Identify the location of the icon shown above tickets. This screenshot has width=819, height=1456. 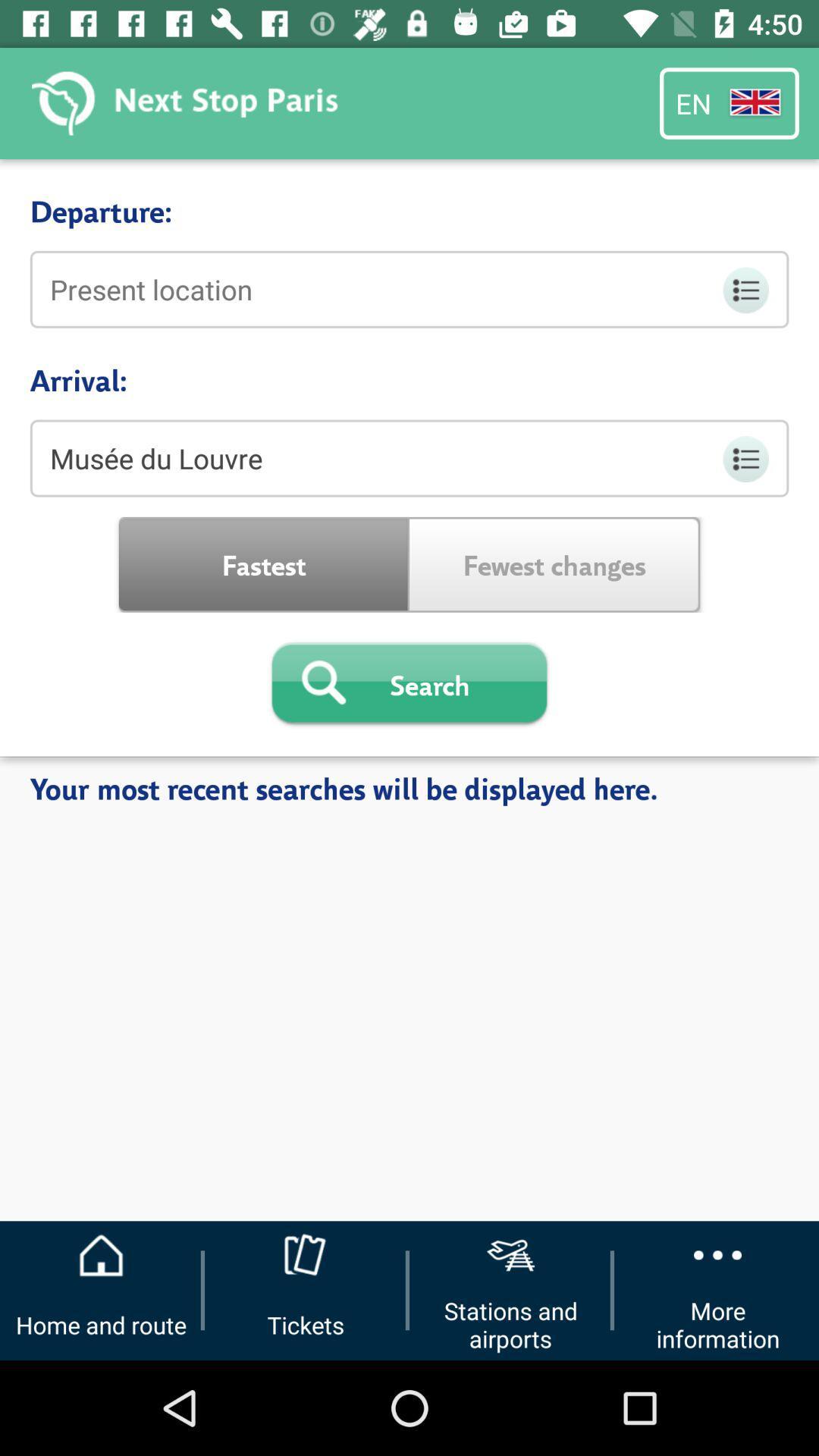
(306, 1255).